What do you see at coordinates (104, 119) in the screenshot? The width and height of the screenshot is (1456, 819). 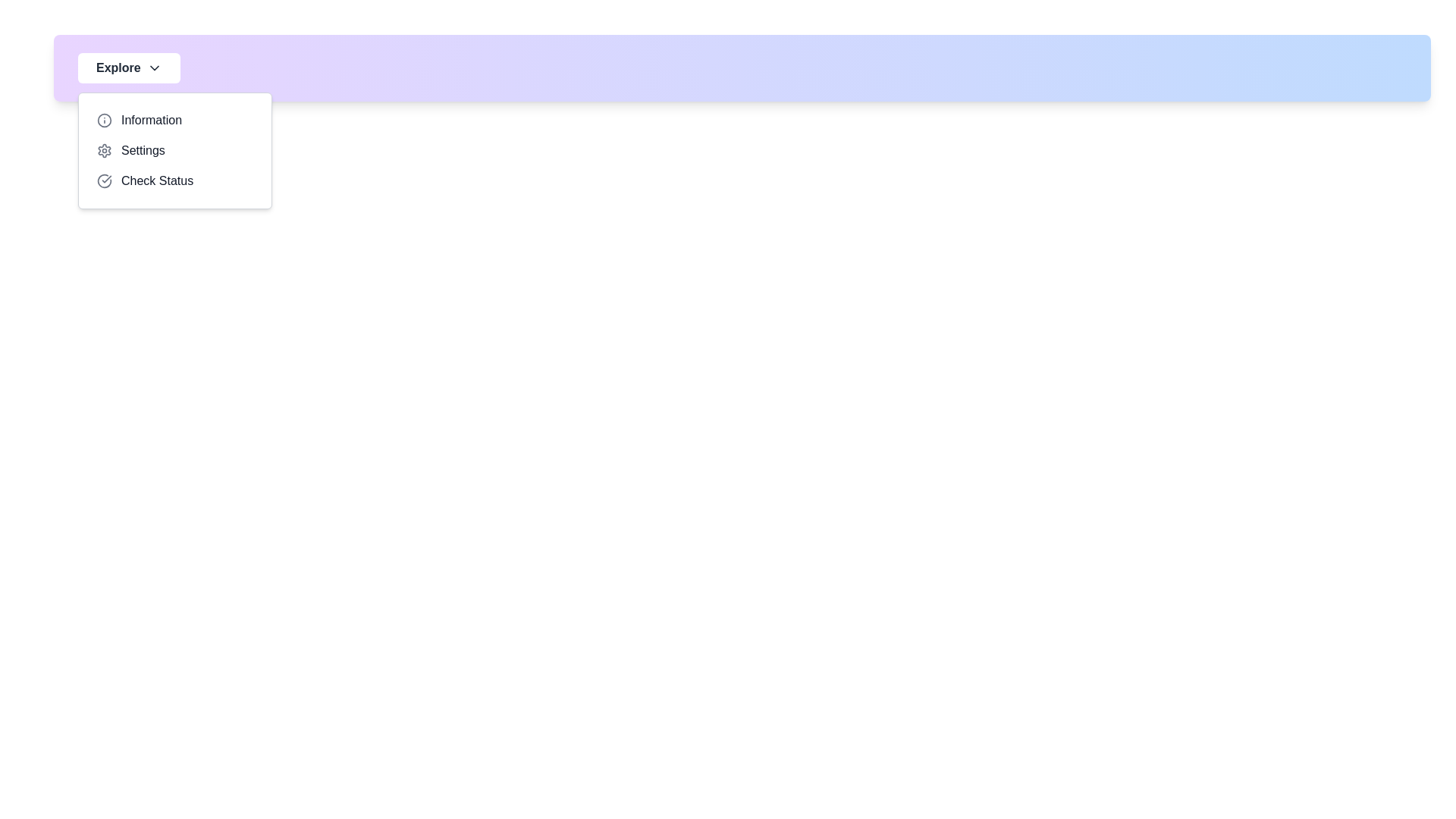 I see `the icon of Information to trigger its feedback` at bounding box center [104, 119].